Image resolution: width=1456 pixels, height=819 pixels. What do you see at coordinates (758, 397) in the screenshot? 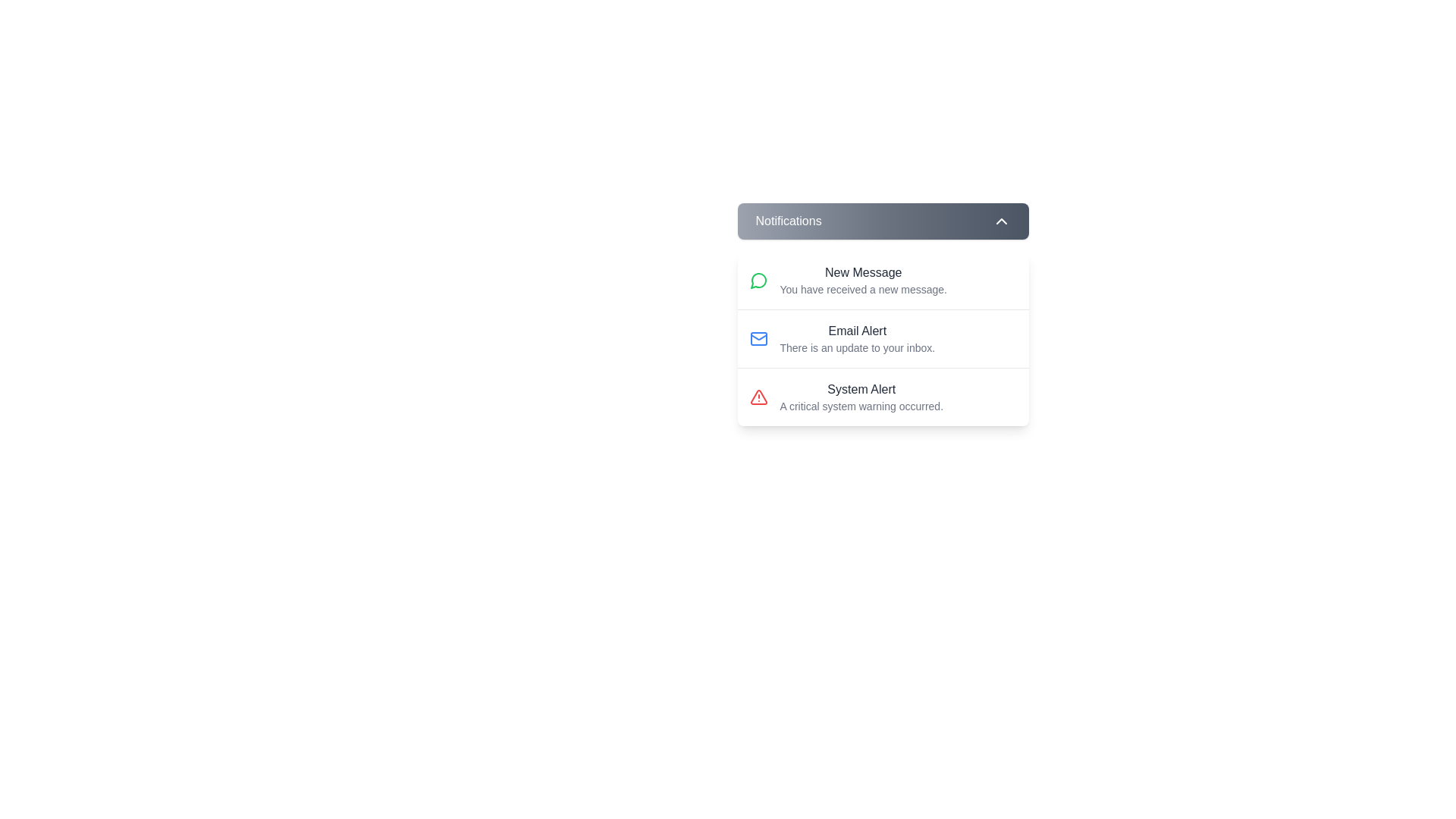
I see `the red triangular alert icon located at the leftmost position of the 'System Alert' entry in the notification section` at bounding box center [758, 397].